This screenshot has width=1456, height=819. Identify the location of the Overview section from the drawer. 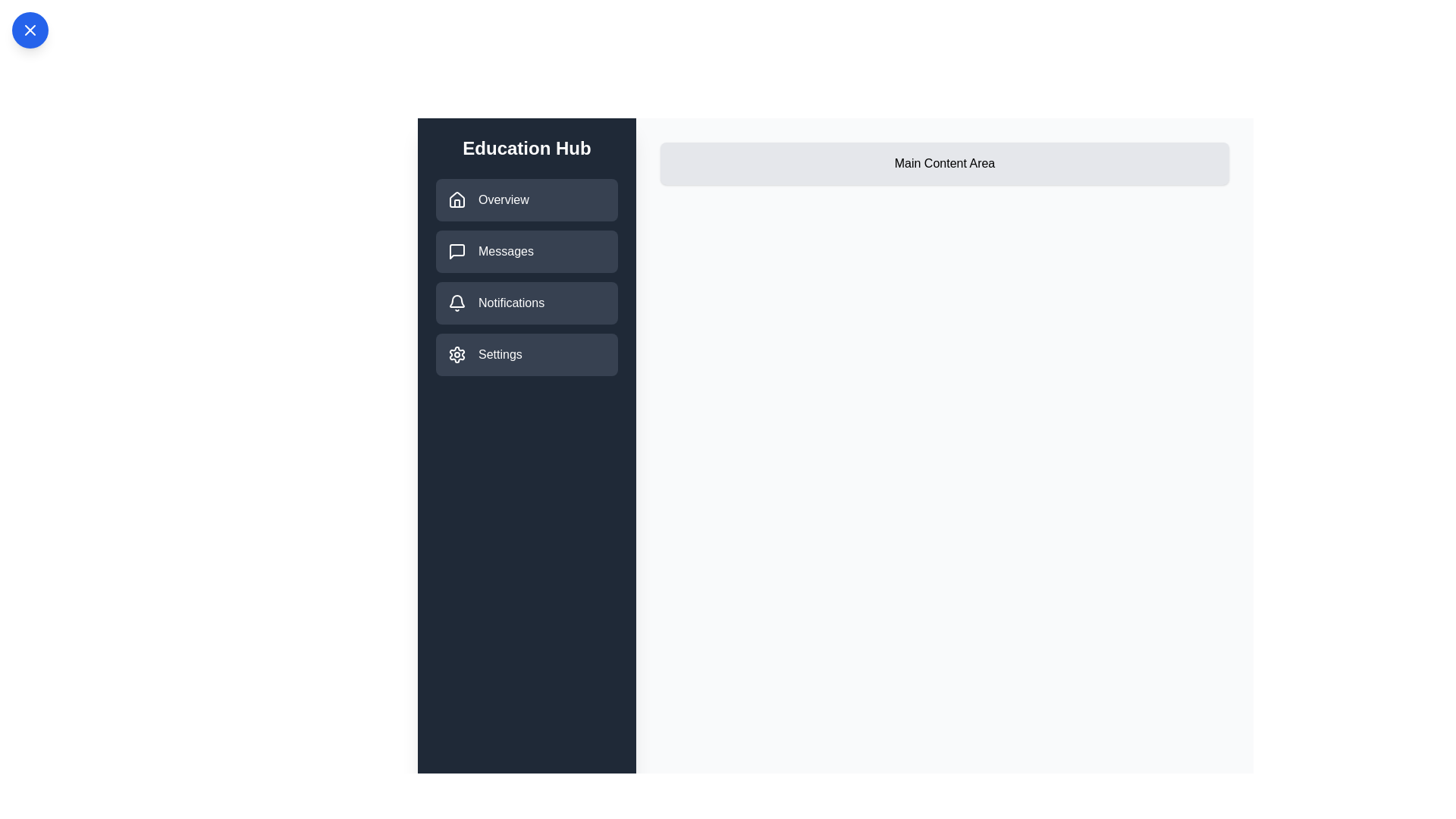
(527, 199).